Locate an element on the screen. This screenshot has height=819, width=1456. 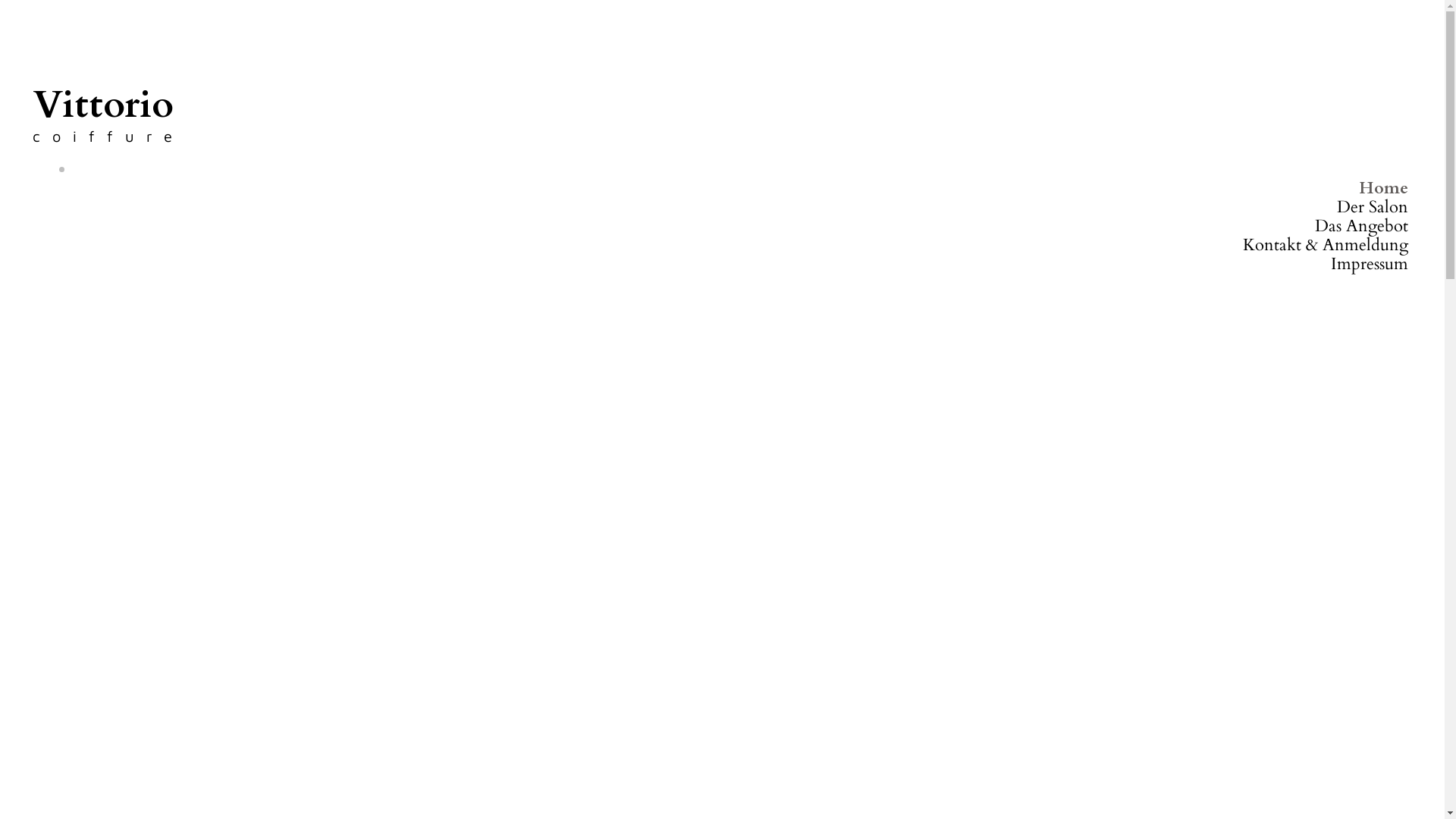
'Home' is located at coordinates (1383, 187).